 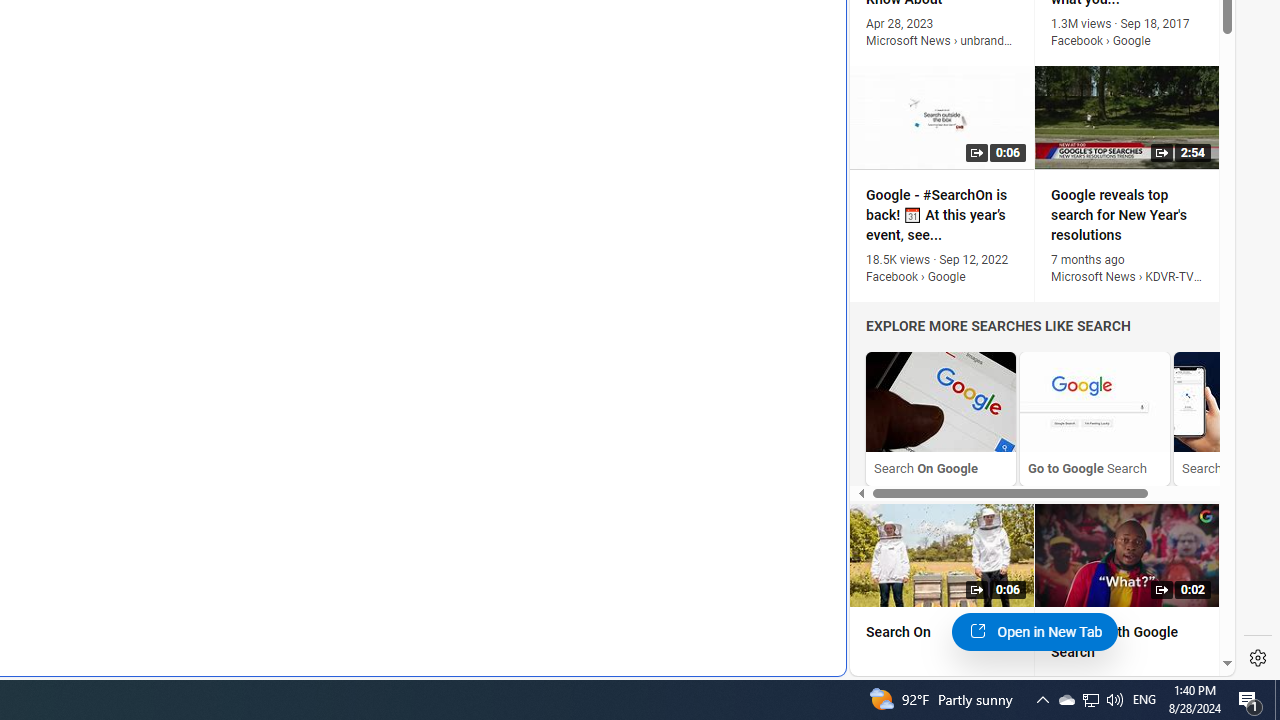 What do you see at coordinates (940, 401) in the screenshot?
I see `'Search On Google'` at bounding box center [940, 401].